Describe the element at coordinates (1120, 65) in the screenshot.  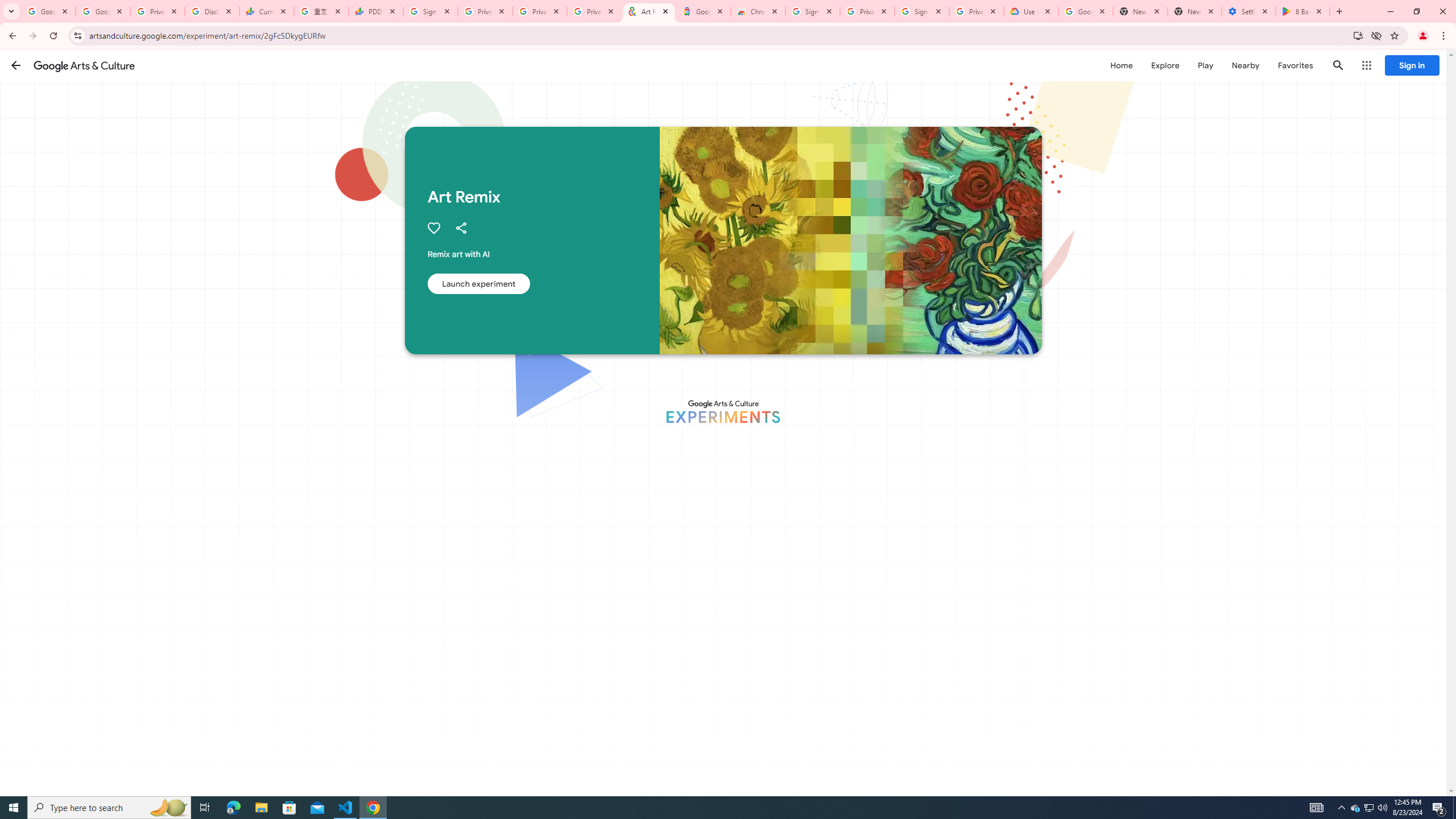
I see `'Home'` at that location.